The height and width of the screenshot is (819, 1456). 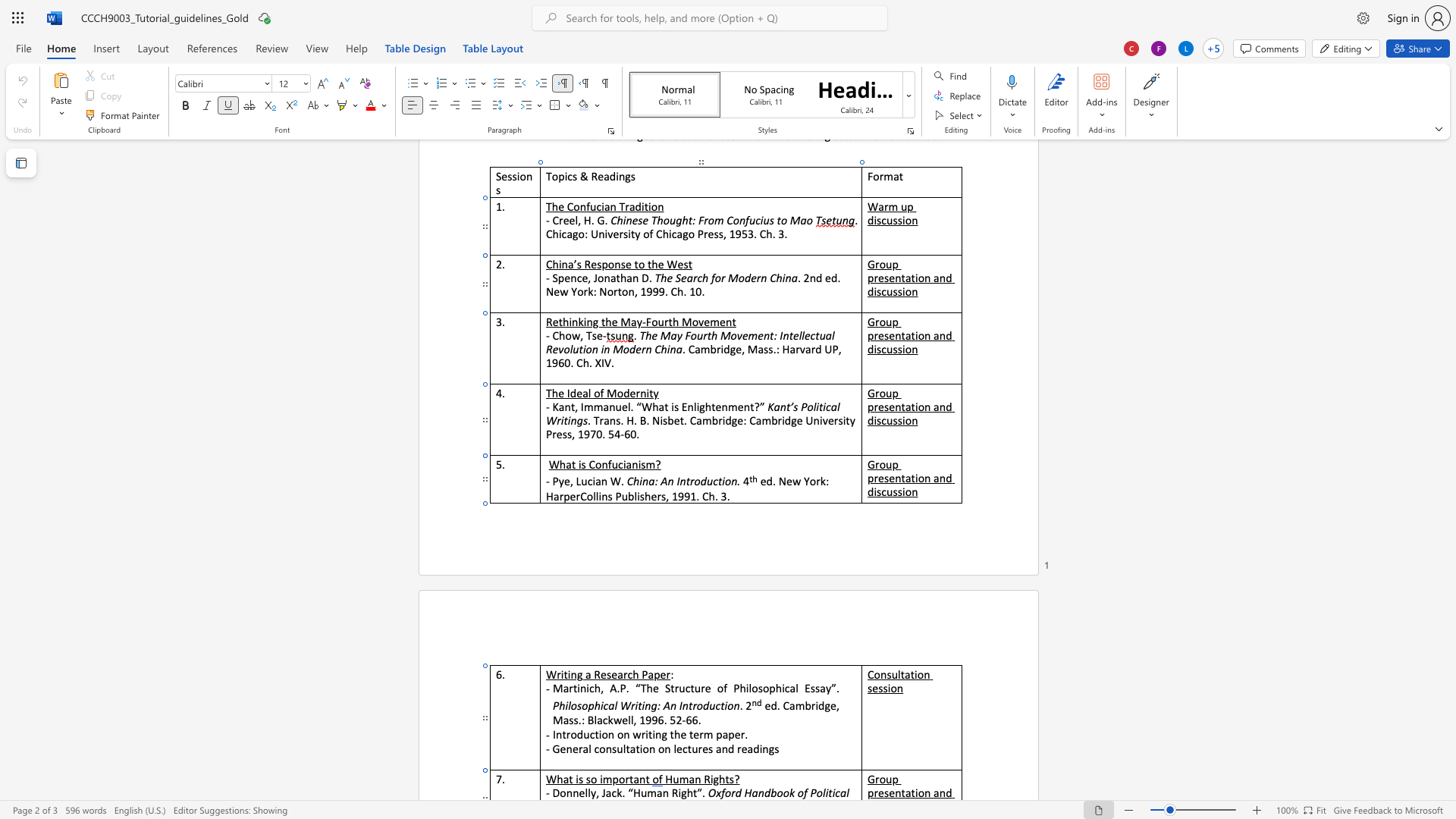 What do you see at coordinates (669, 688) in the screenshot?
I see `the space between the continuous character "S" and "t" in the text` at bounding box center [669, 688].